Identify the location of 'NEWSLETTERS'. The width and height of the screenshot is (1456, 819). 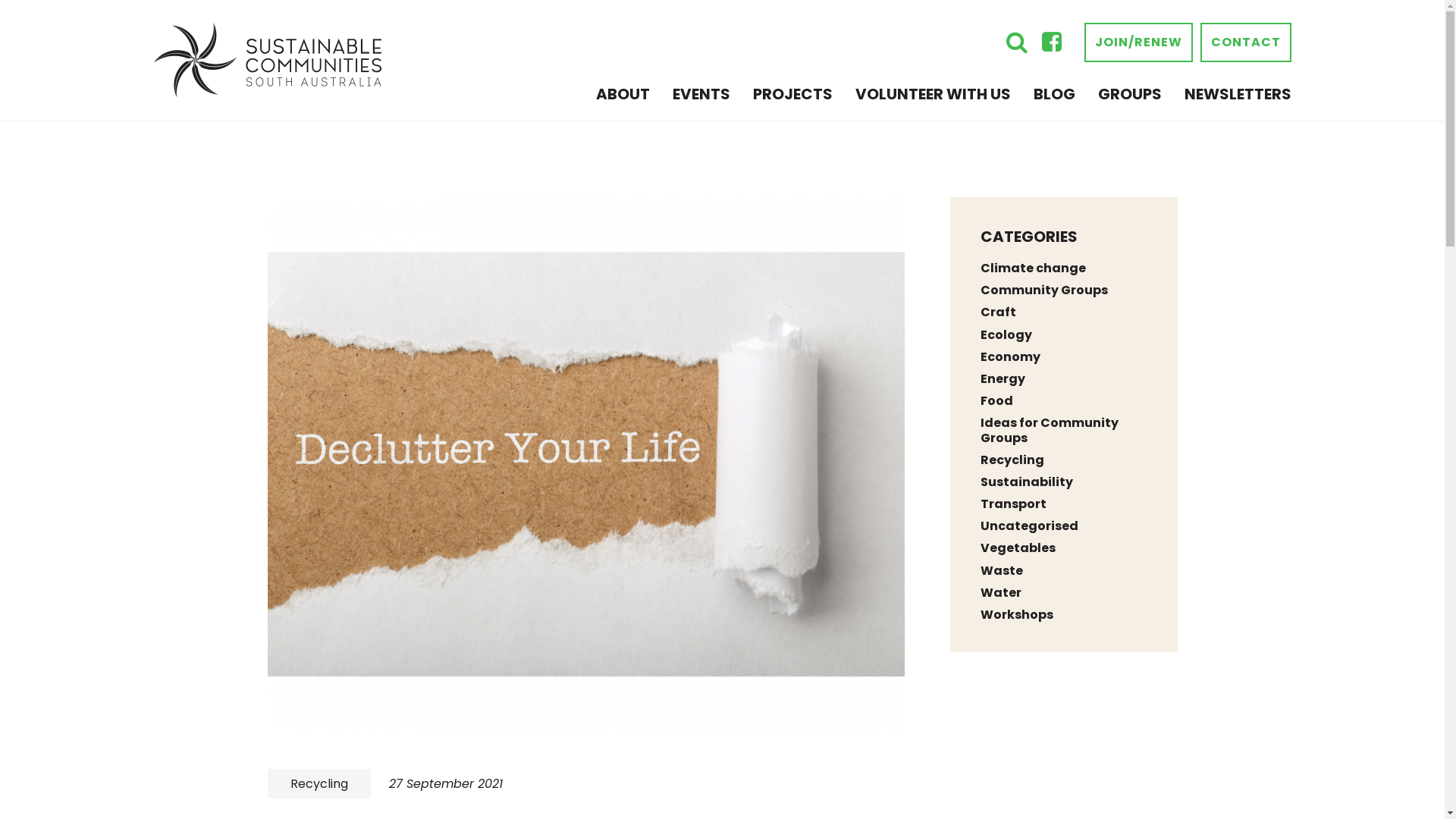
(1183, 93).